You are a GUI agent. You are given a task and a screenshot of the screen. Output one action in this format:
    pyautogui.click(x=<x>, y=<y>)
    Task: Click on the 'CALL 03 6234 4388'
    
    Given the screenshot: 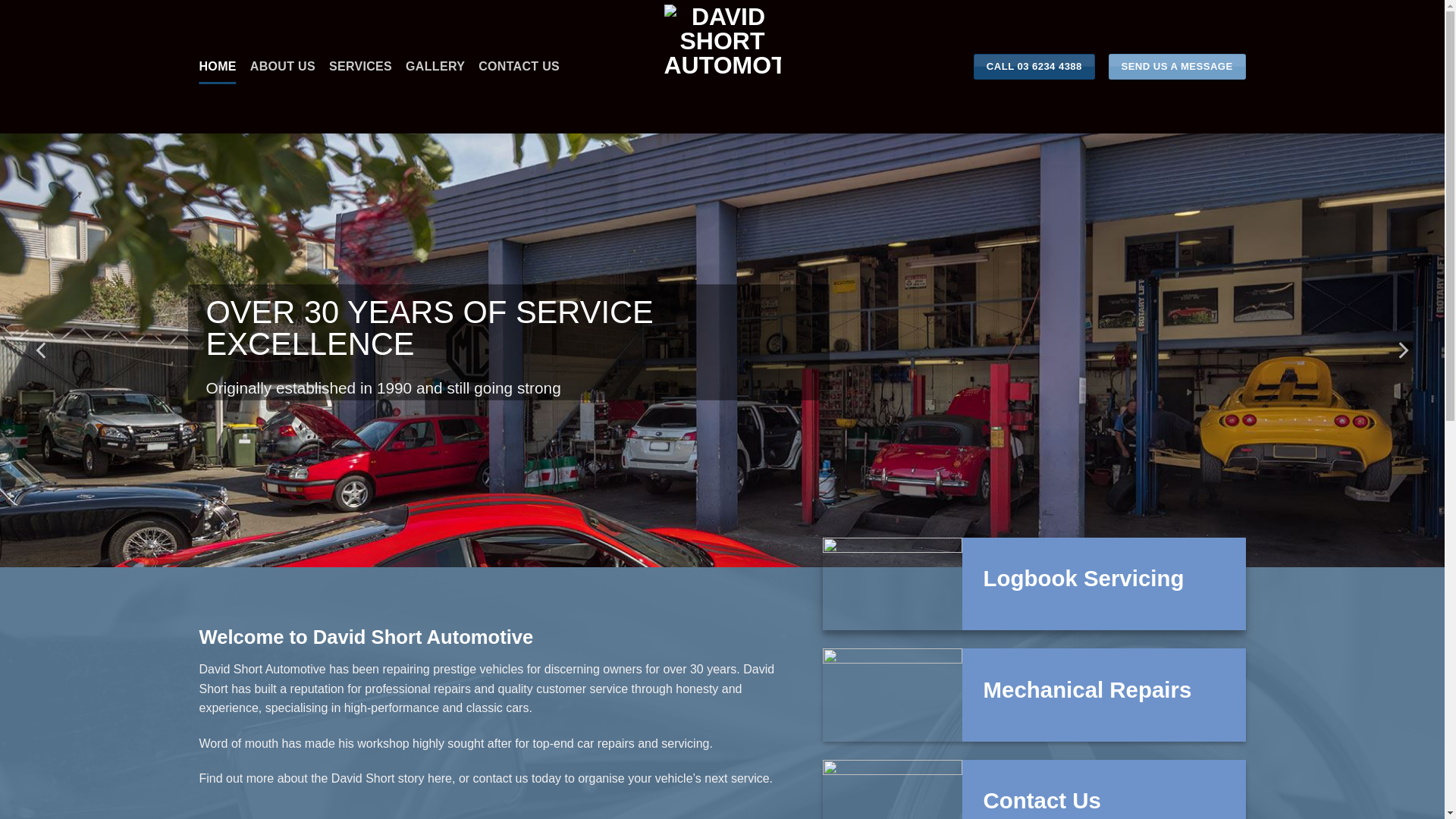 What is the action you would take?
    pyautogui.click(x=1033, y=66)
    